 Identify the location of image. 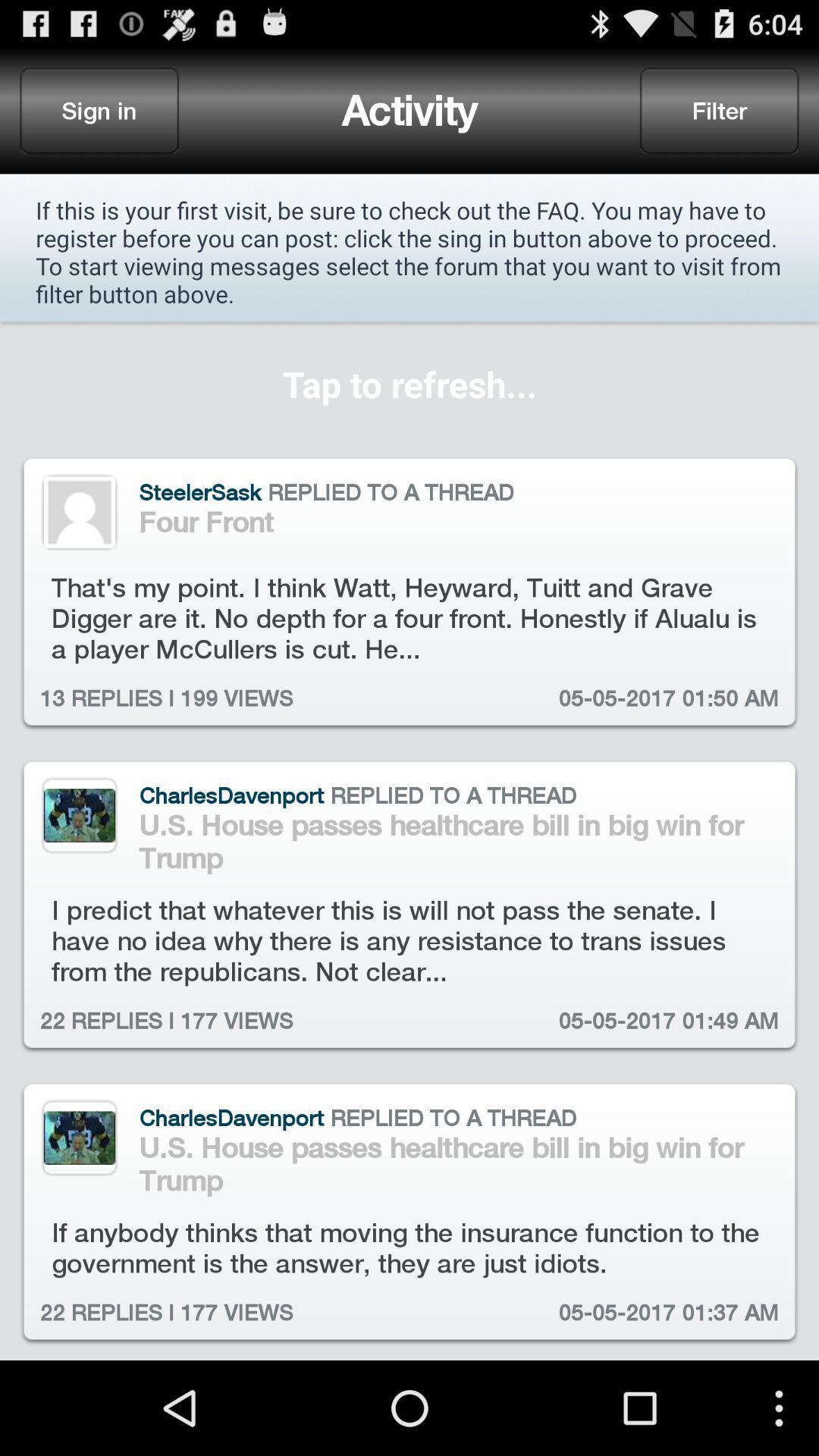
(79, 1137).